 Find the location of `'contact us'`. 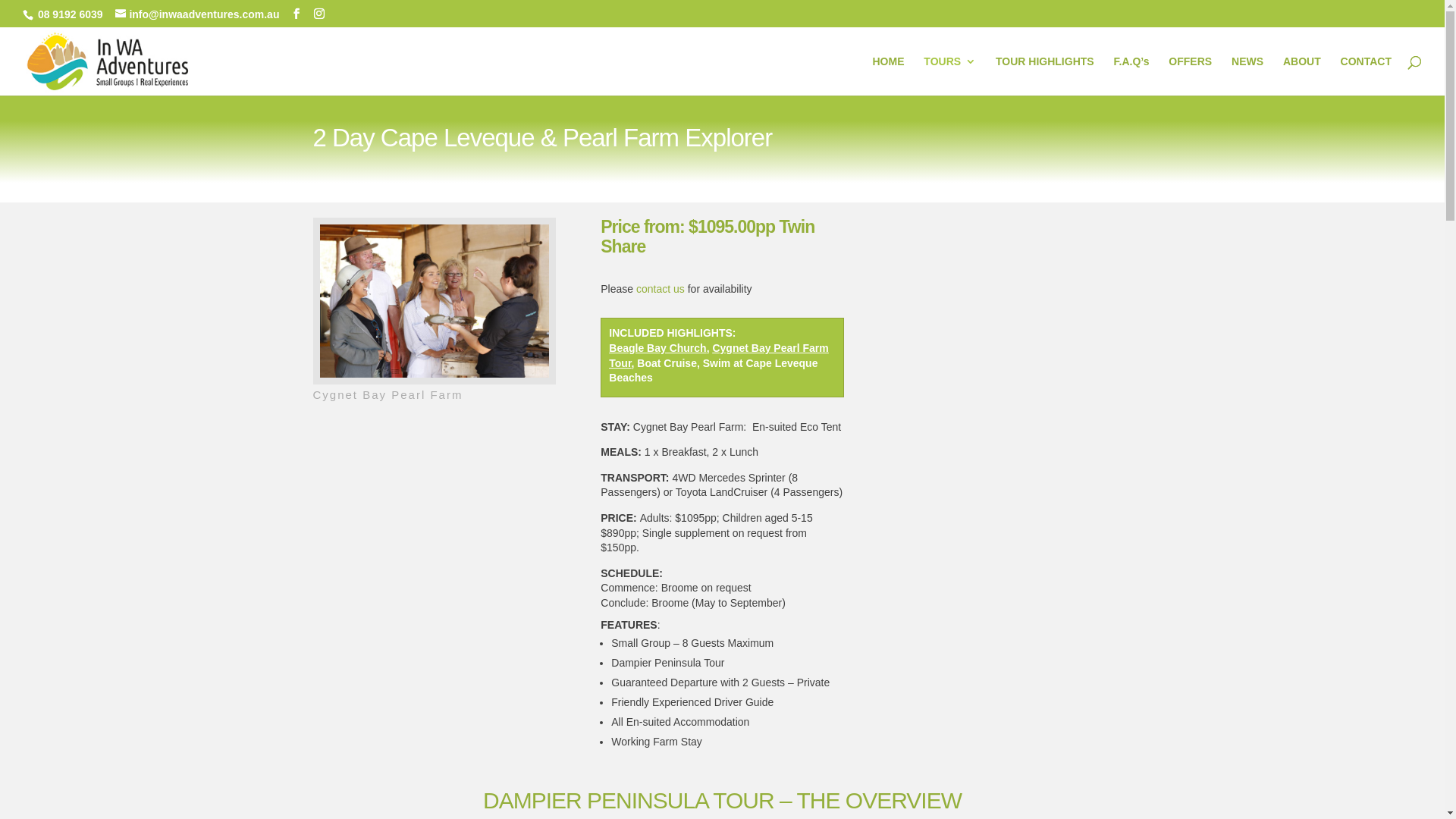

'contact us' is located at coordinates (660, 289).